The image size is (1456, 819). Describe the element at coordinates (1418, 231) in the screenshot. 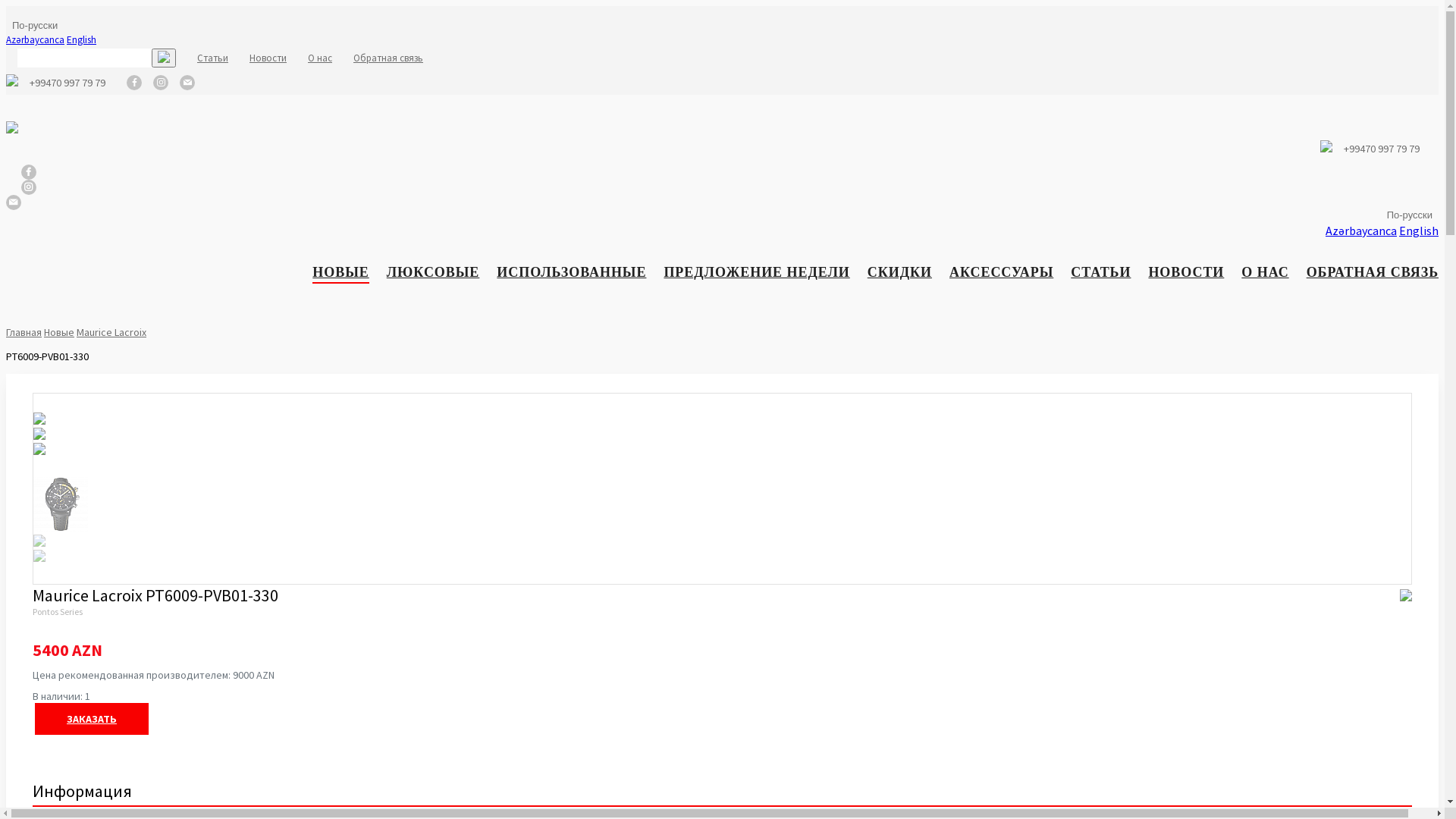

I see `'English'` at that location.